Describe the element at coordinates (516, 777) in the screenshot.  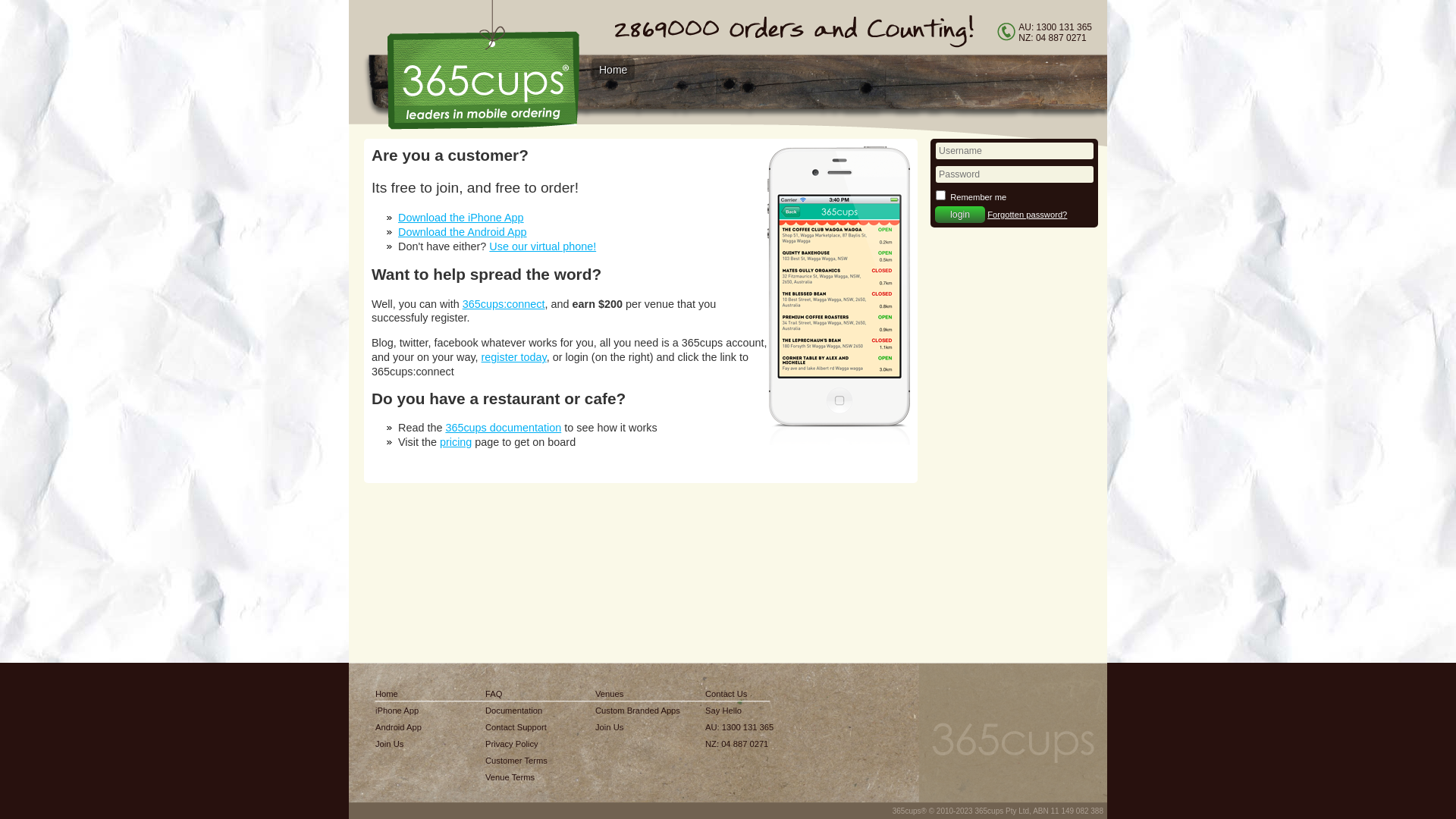
I see `'Venue Terms'` at that location.